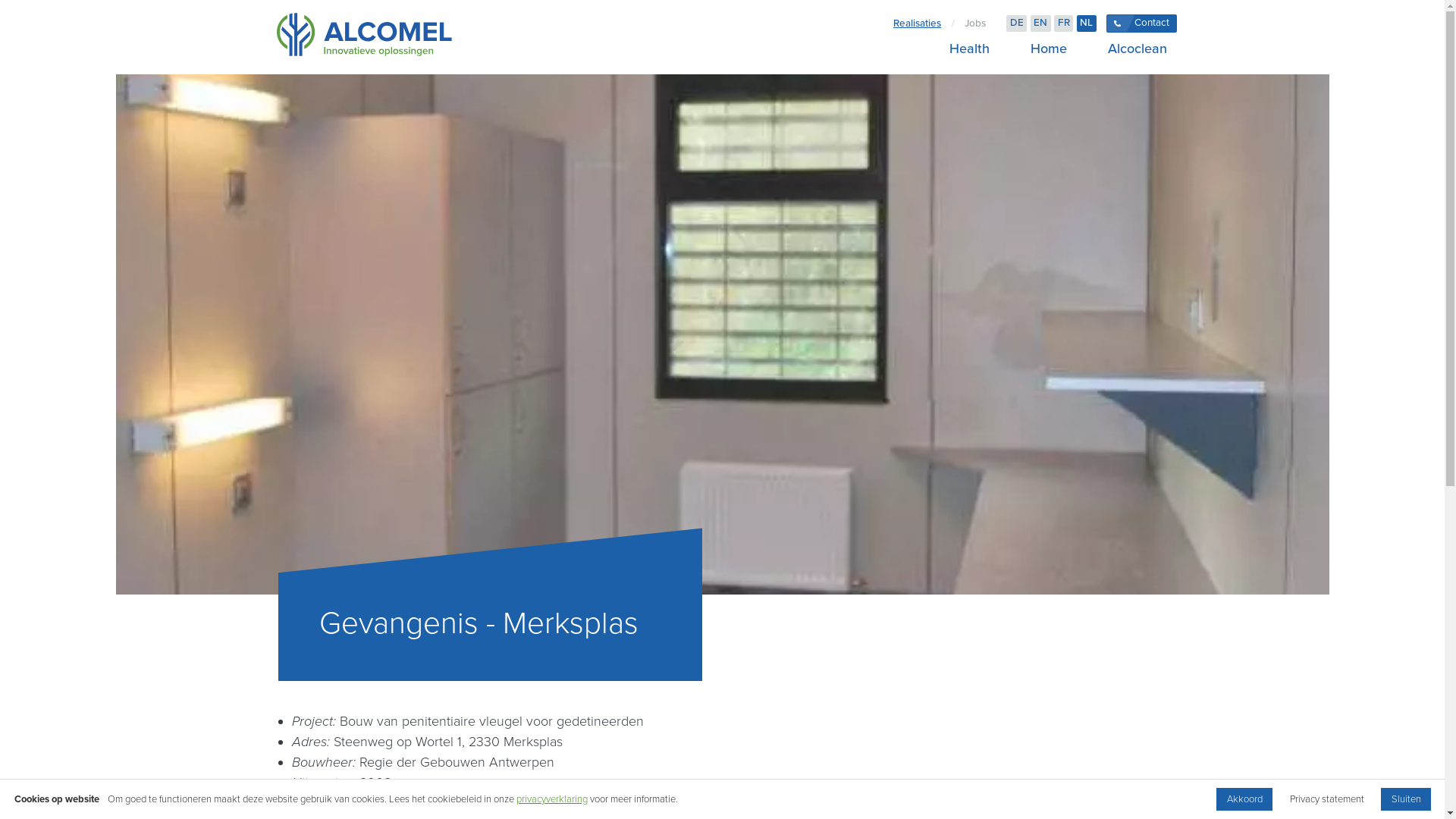 This screenshot has height=819, width=1456. I want to click on 'Sluiten', so click(1380, 798).